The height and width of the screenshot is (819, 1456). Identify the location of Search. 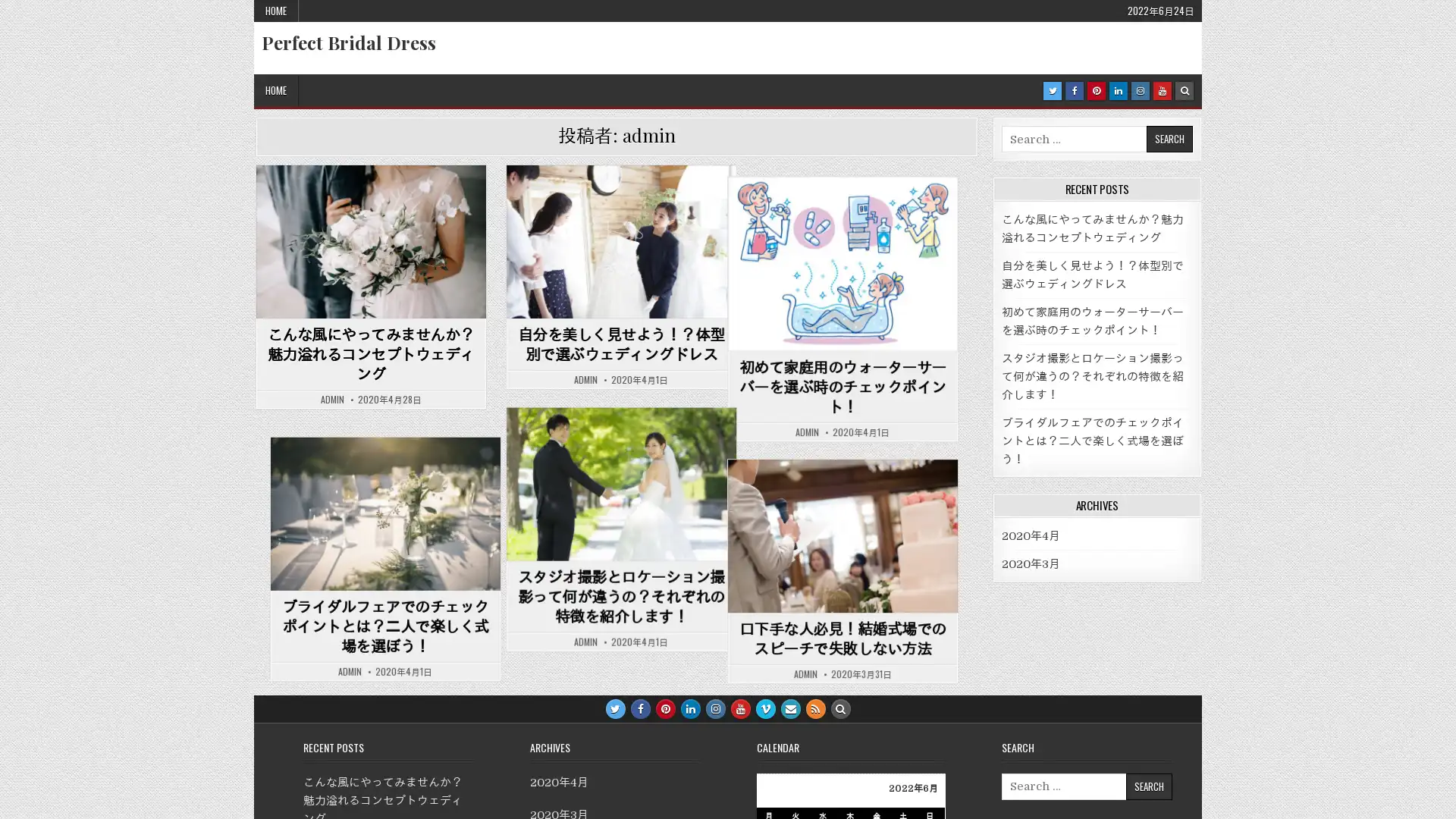
(1148, 785).